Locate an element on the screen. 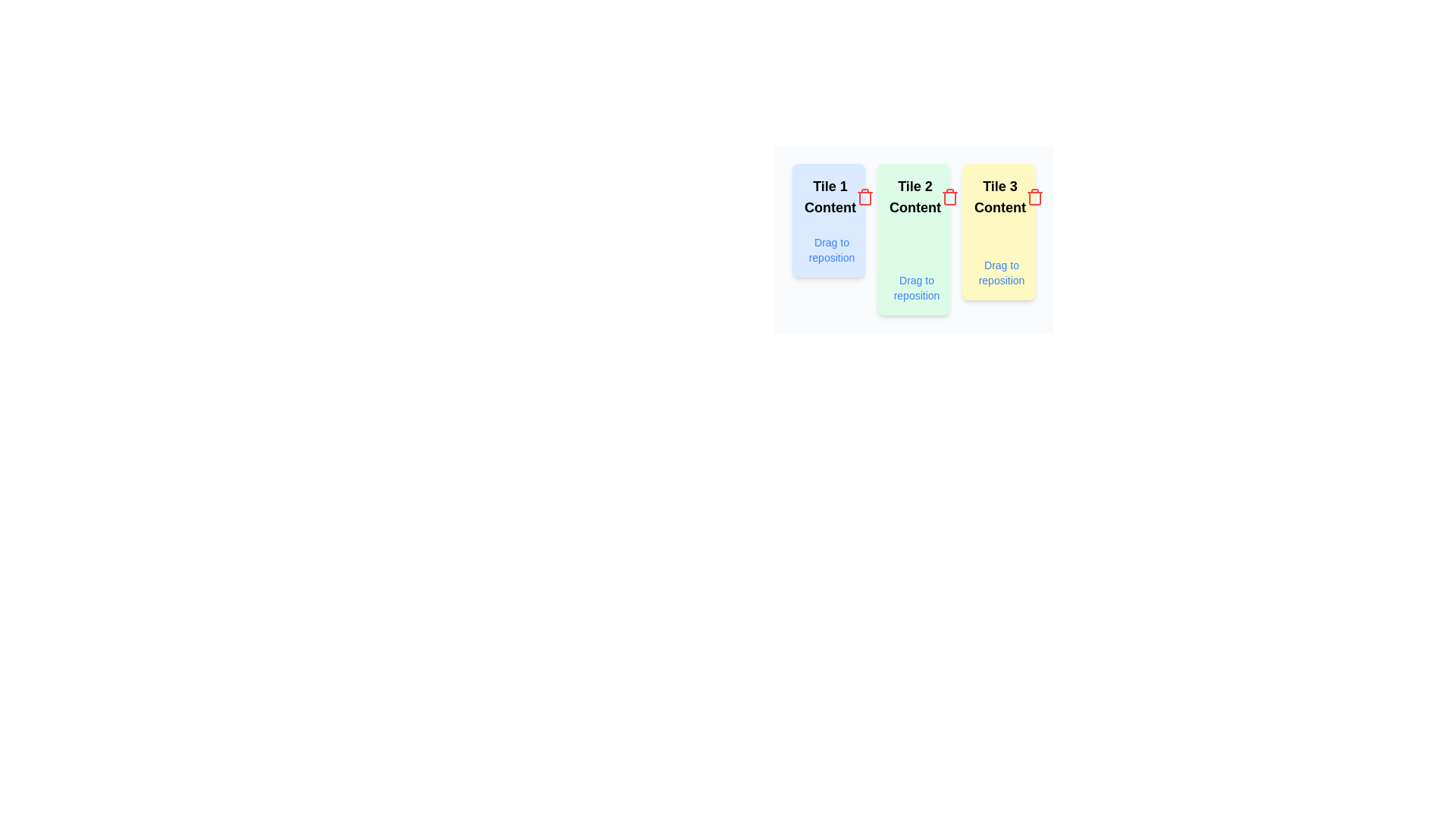 The width and height of the screenshot is (1456, 819). the interactive tile with a green background and the text 'Tile 2 Content' is located at coordinates (912, 239).